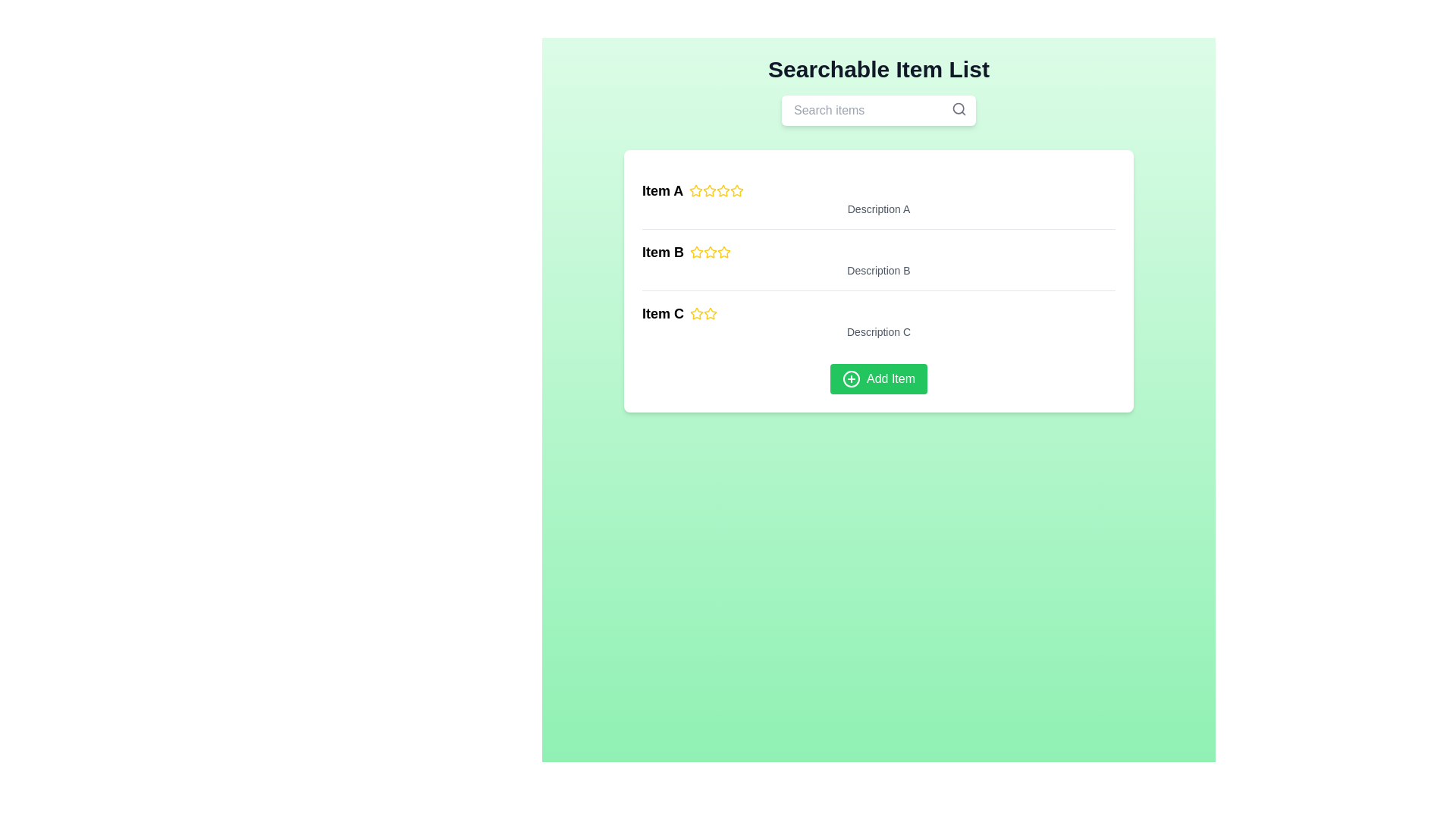  I want to click on the second star-shaped rating icon filled with yellow, which is located next to the text 'Item A', so click(723, 190).